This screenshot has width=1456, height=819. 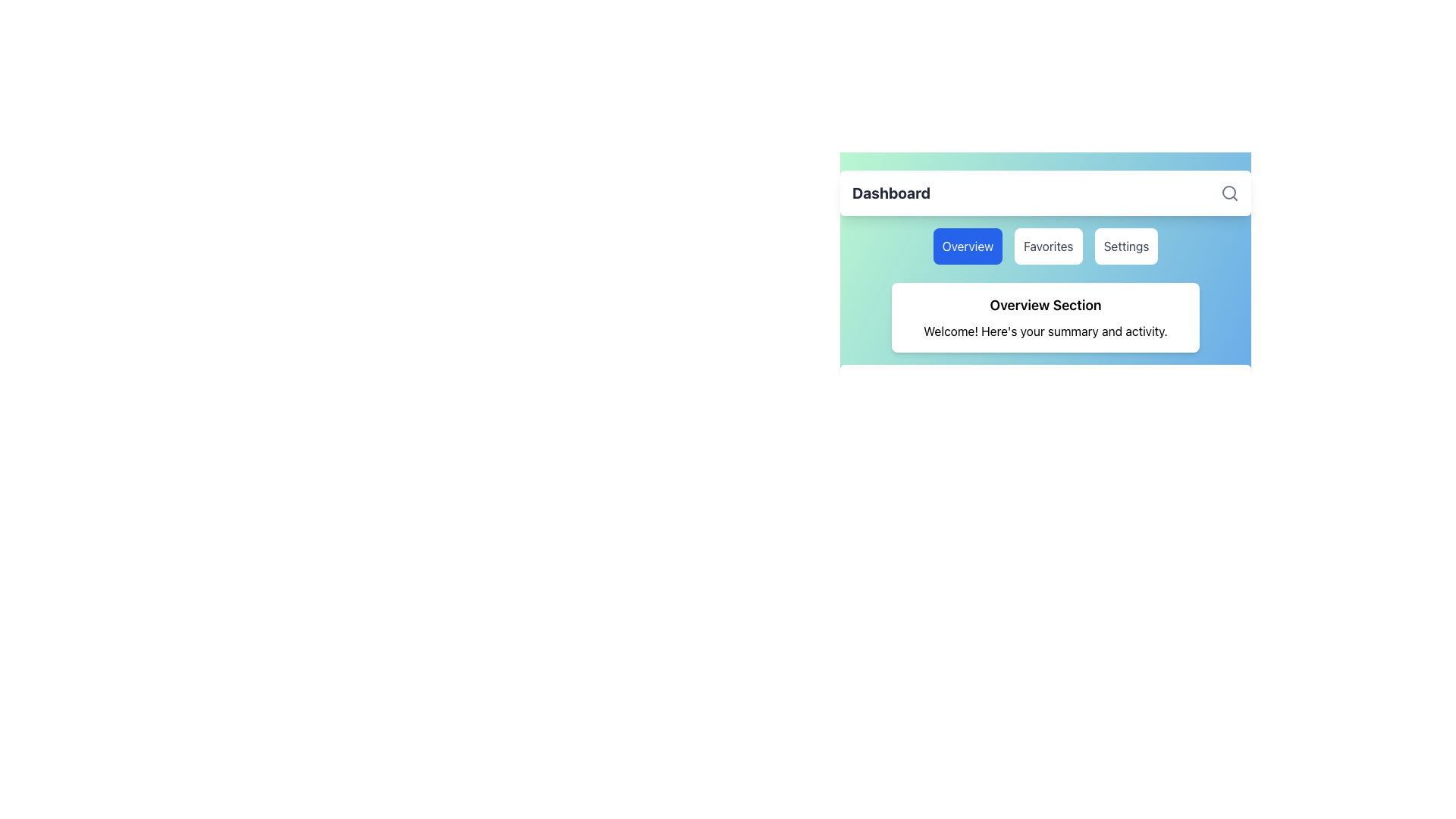 I want to click on the 'Favorites' button in the navigation panel located just below the 'Dashboard' header, so click(x=1044, y=245).